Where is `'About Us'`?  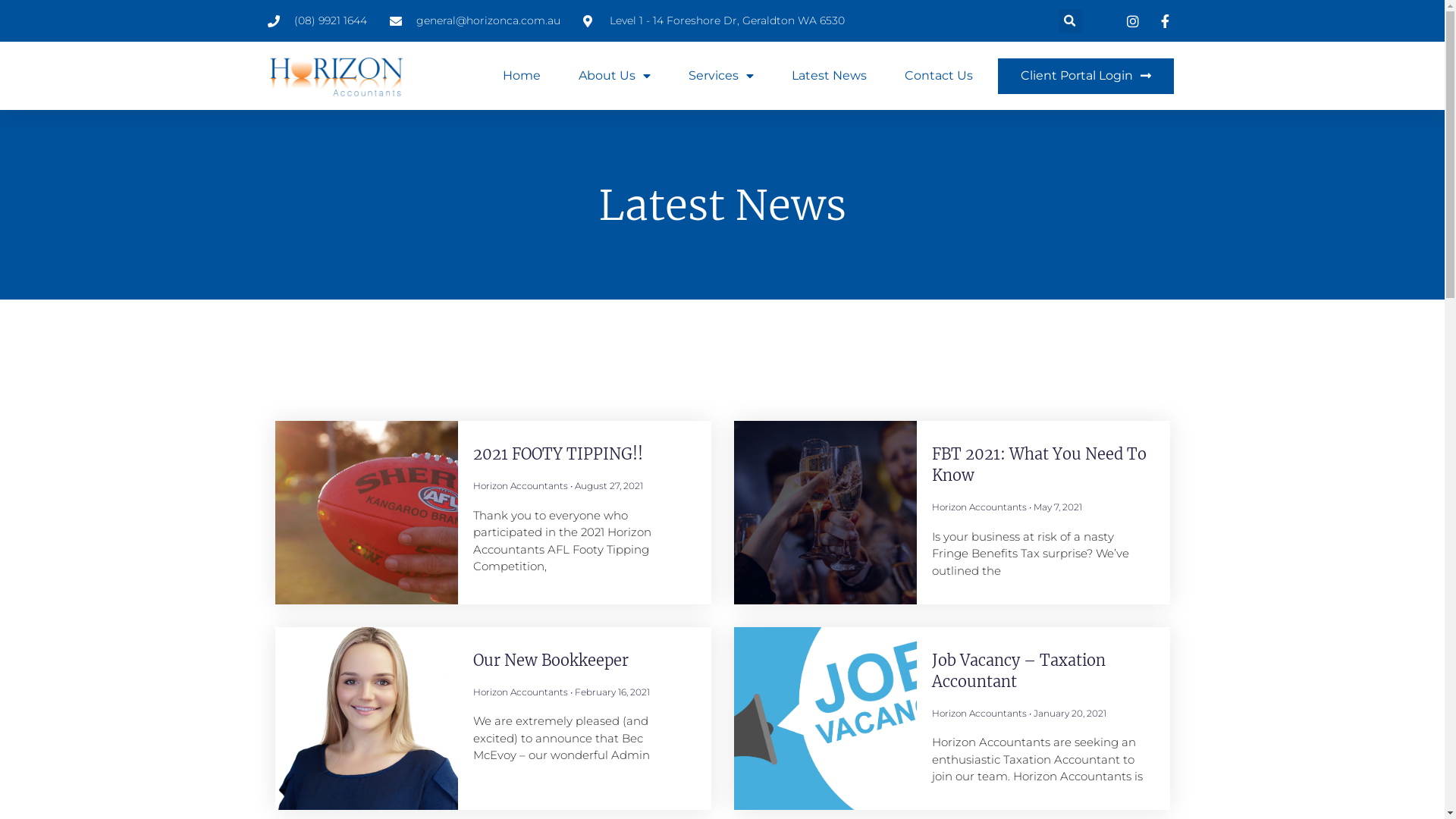 'About Us' is located at coordinates (613, 76).